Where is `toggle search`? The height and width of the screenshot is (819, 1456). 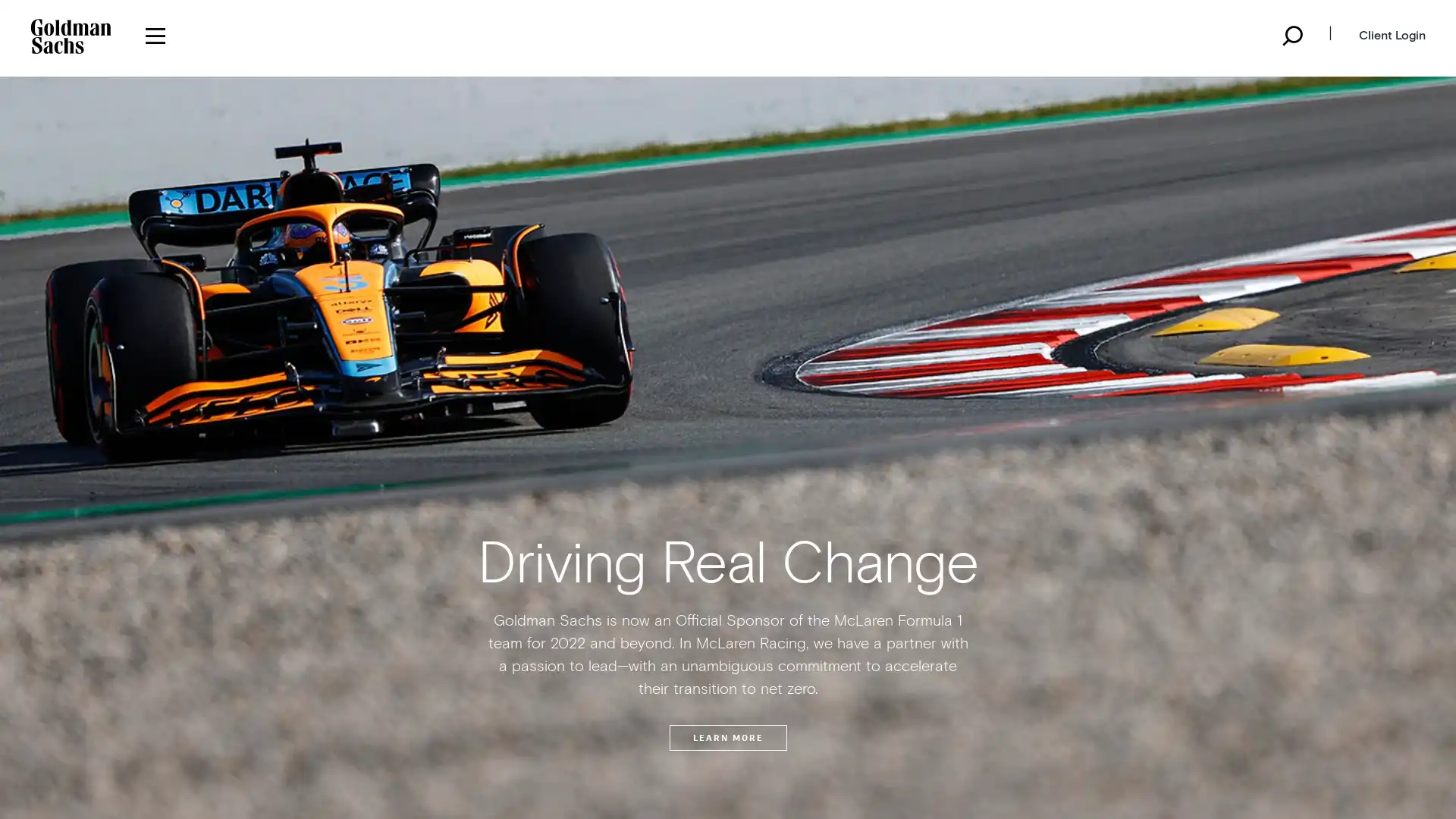 toggle search is located at coordinates (1291, 35).